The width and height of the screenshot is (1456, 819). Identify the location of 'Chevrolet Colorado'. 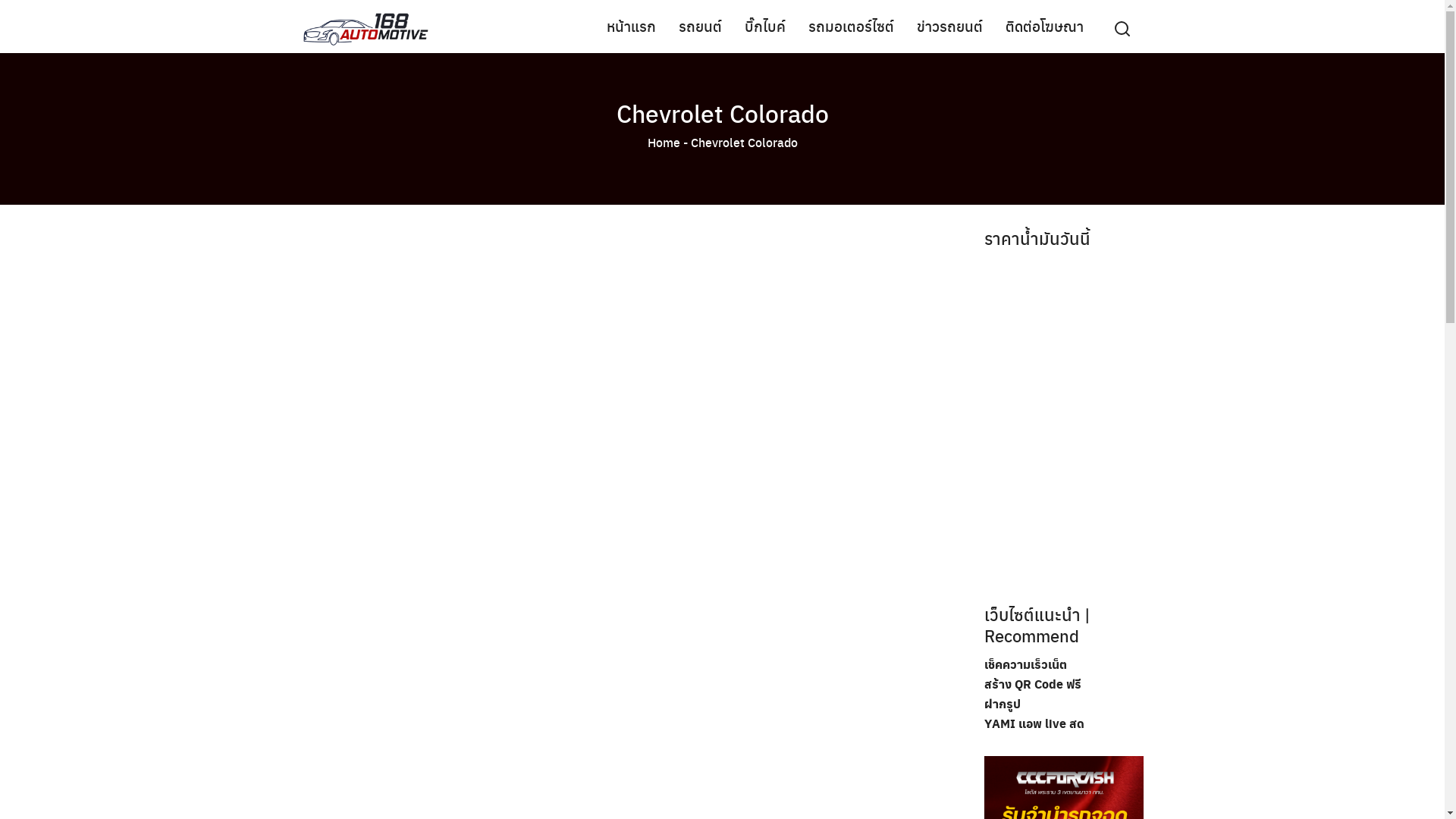
(615, 112).